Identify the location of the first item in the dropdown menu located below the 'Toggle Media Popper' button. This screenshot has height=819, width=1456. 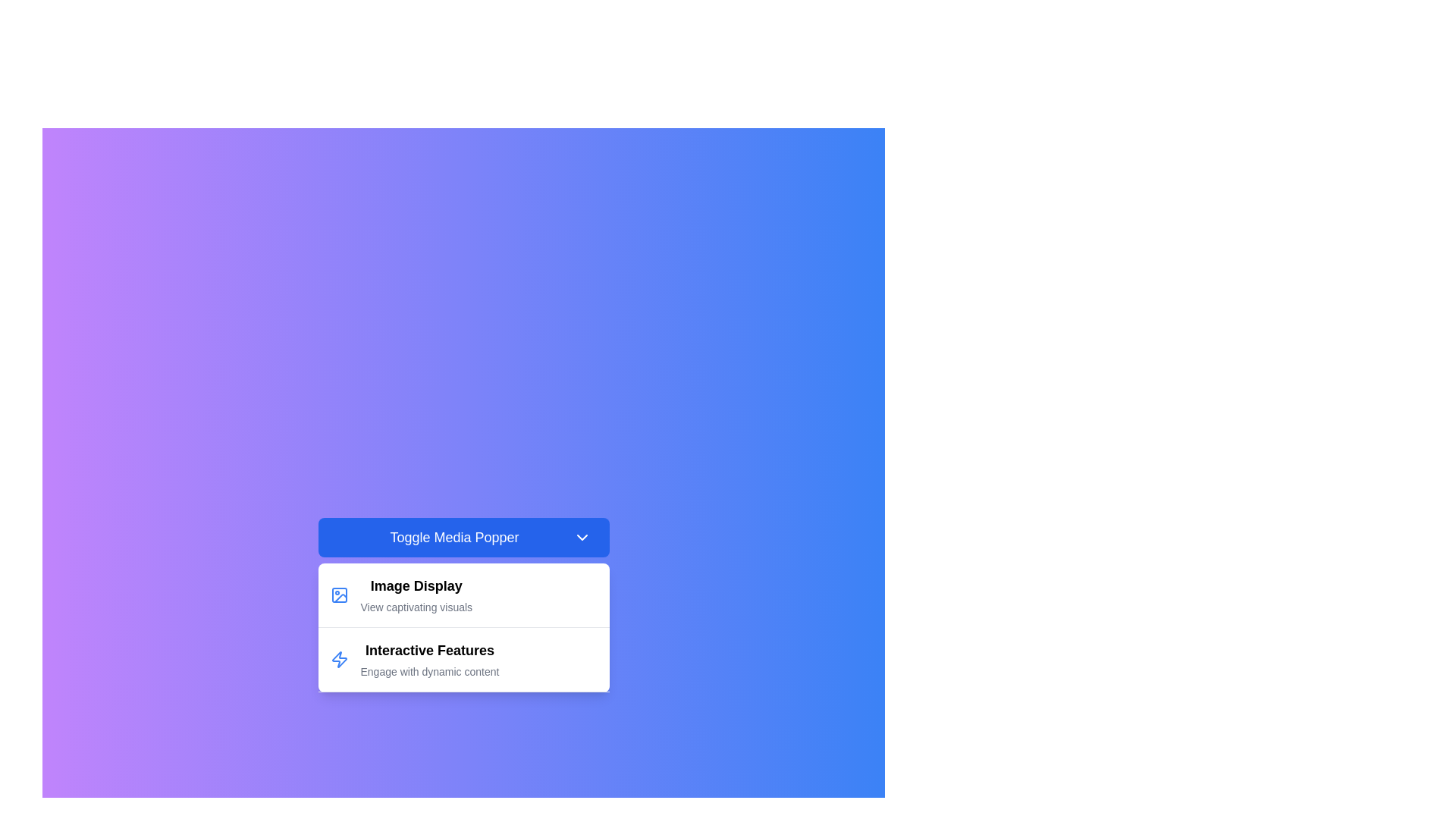
(463, 595).